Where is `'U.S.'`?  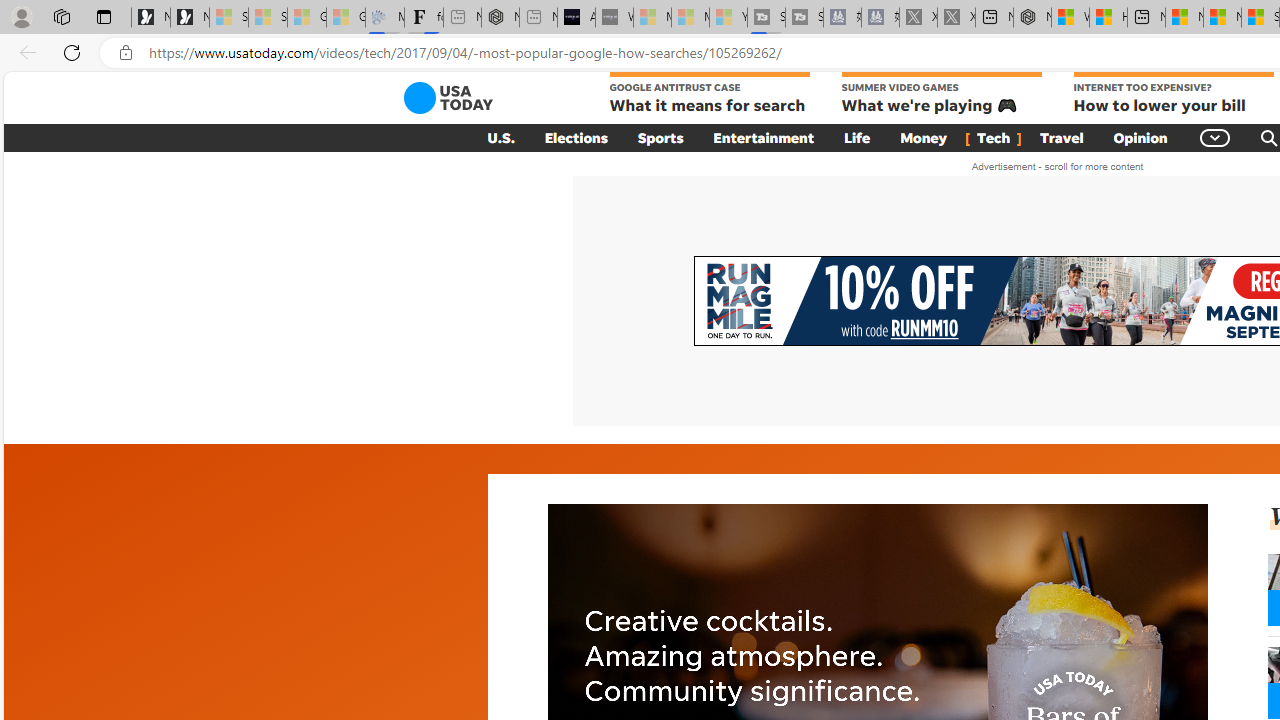 'U.S.' is located at coordinates (501, 136).